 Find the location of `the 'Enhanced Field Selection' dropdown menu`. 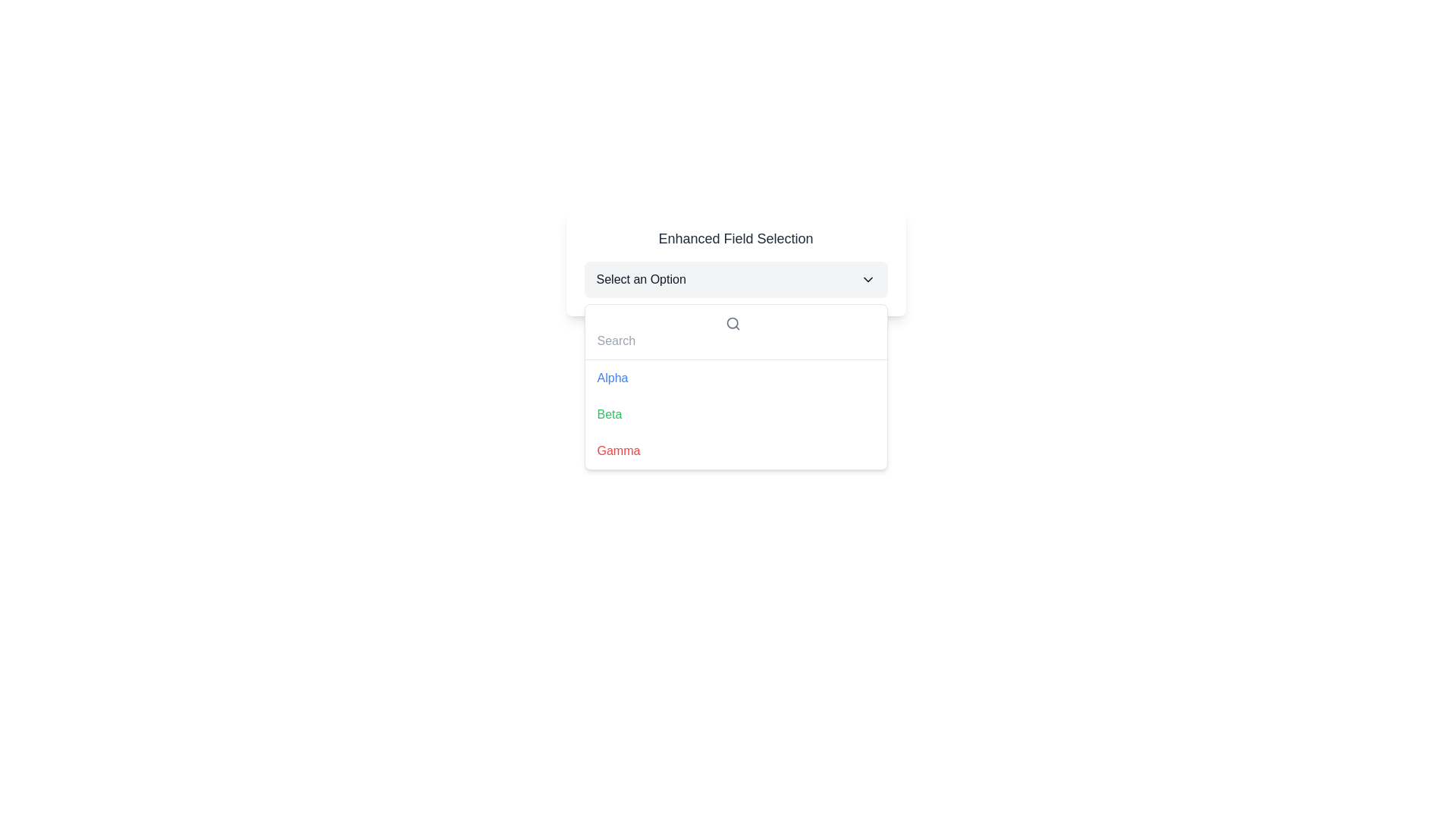

the 'Enhanced Field Selection' dropdown menu is located at coordinates (736, 262).